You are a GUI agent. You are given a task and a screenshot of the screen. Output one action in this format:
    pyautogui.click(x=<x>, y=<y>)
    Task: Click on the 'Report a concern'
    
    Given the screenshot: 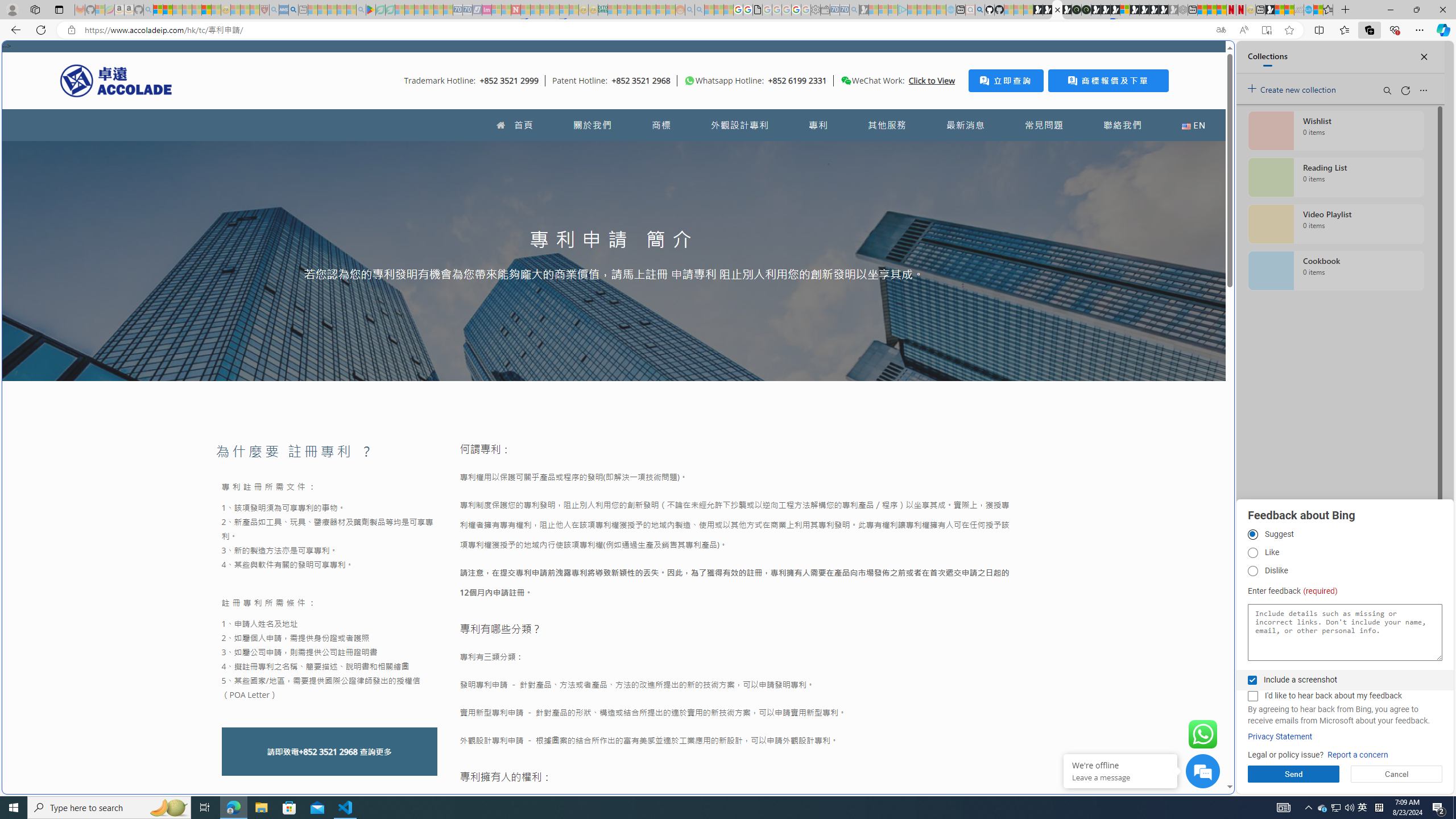 What is the action you would take?
    pyautogui.click(x=1358, y=754)
    